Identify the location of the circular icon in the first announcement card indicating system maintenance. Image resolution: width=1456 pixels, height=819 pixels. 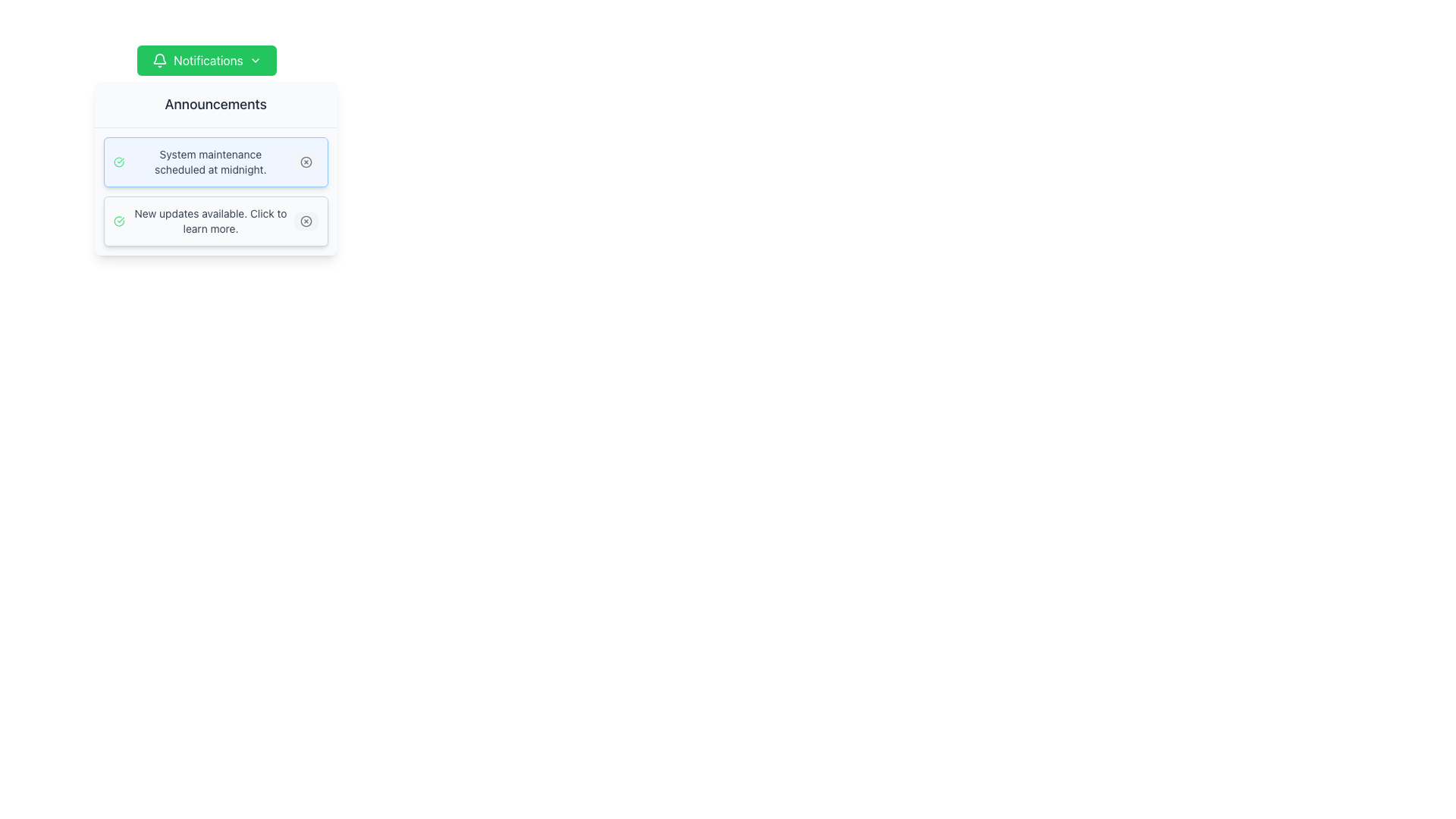
(305, 162).